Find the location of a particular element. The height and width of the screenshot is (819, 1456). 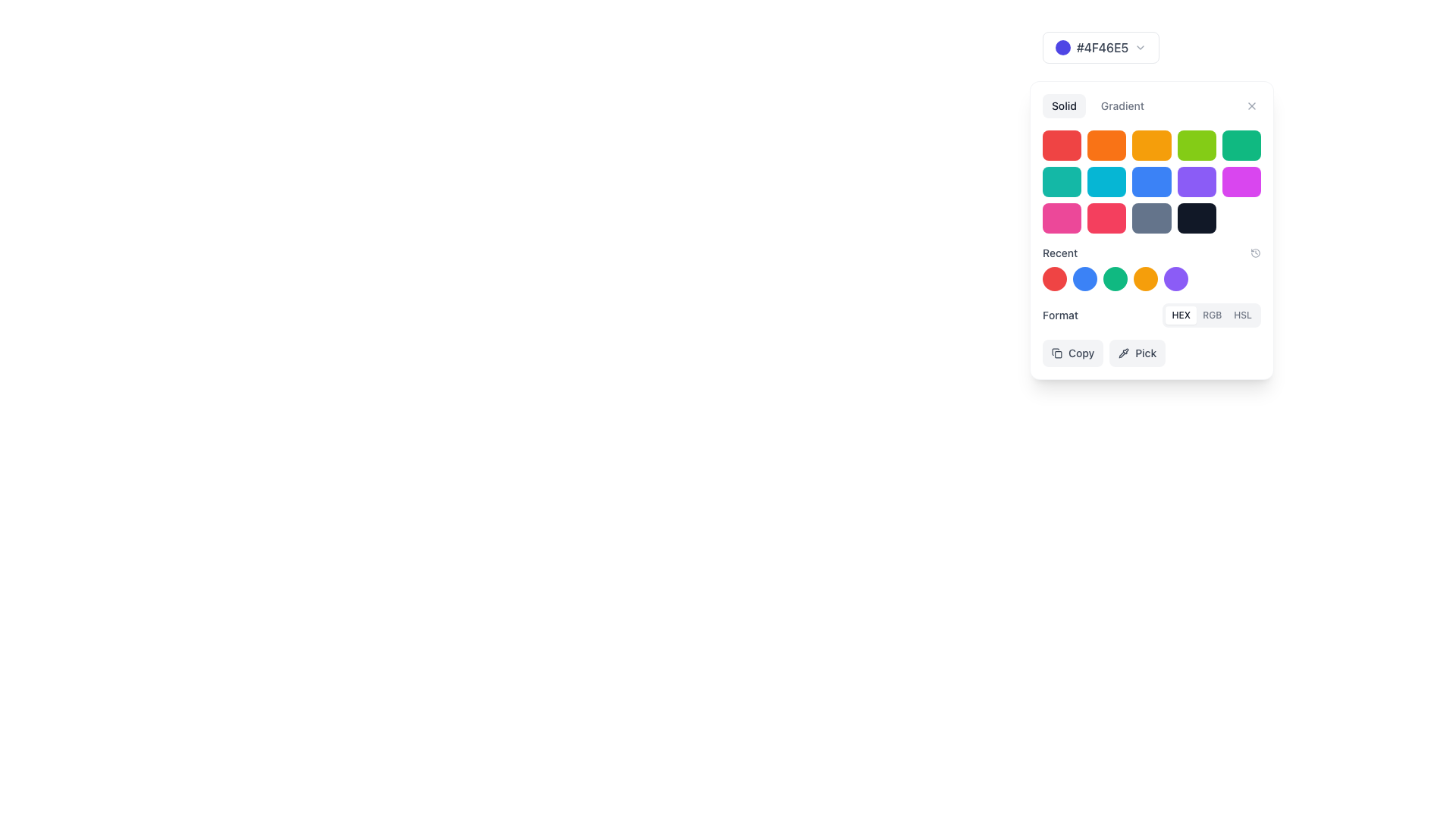

the 'Solid' color mode button located at the top-left corner of the color options layout is located at coordinates (1063, 105).